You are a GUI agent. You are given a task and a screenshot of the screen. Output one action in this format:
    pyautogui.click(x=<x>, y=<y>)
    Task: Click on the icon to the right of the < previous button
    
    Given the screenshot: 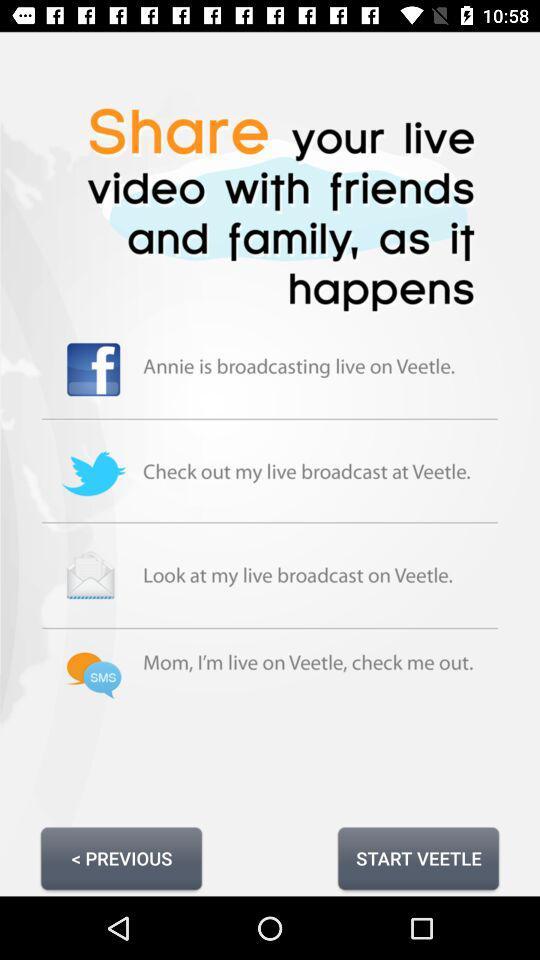 What is the action you would take?
    pyautogui.click(x=417, y=857)
    